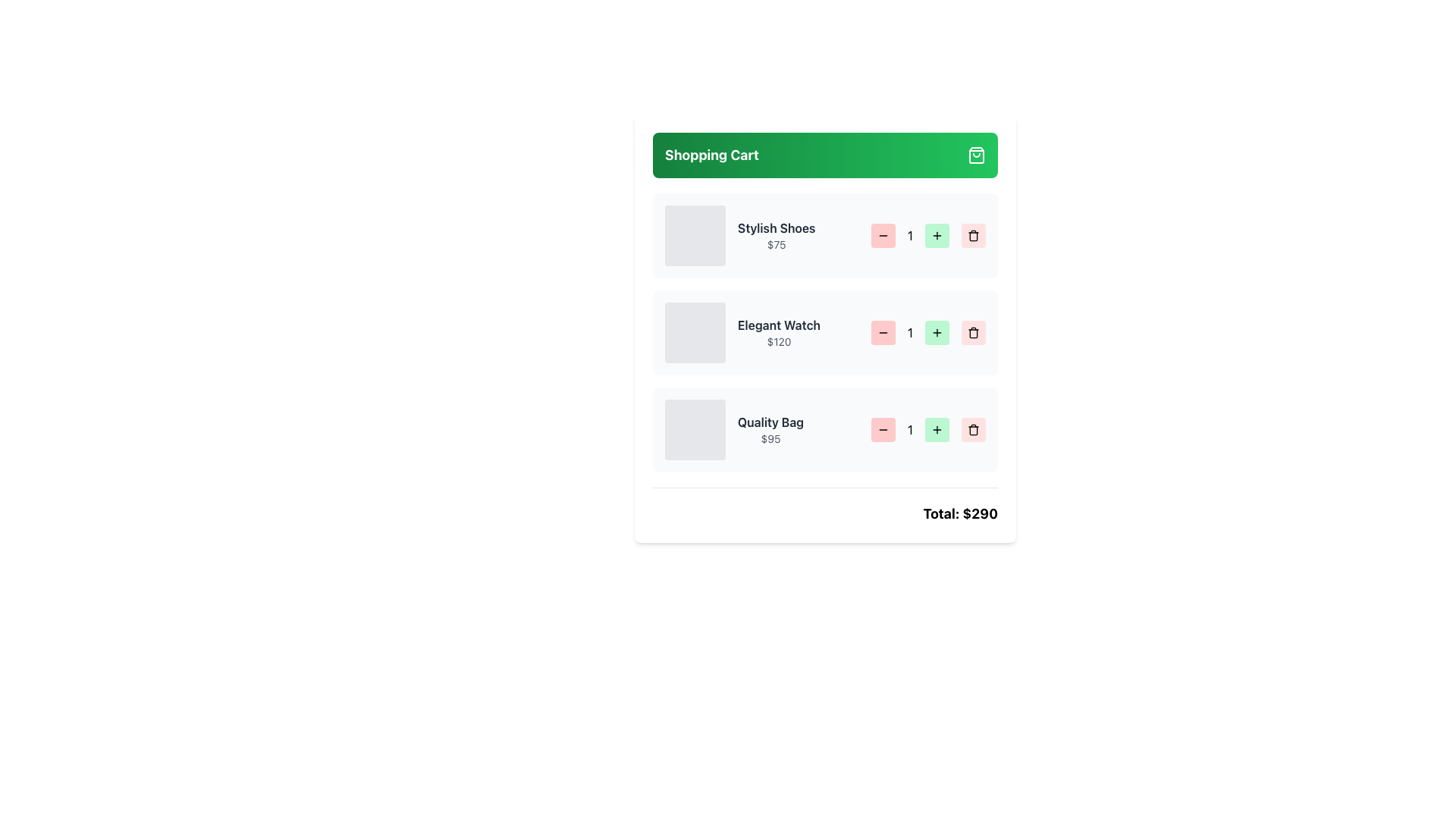 This screenshot has width=1456, height=819. I want to click on the graphical icon representing a shopping cart or bag located at the extreme right of the header bar in the shopping cart interface, so click(976, 155).